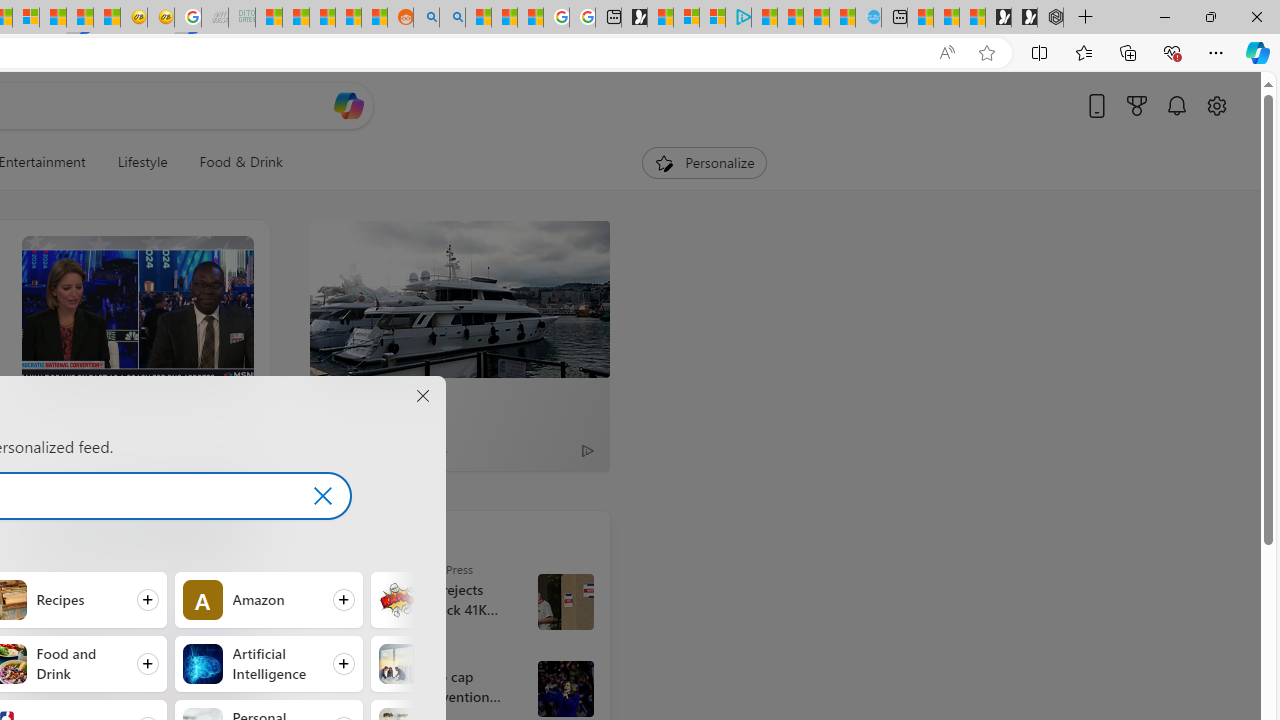  What do you see at coordinates (141, 162) in the screenshot?
I see `'Lifestyle'` at bounding box center [141, 162].